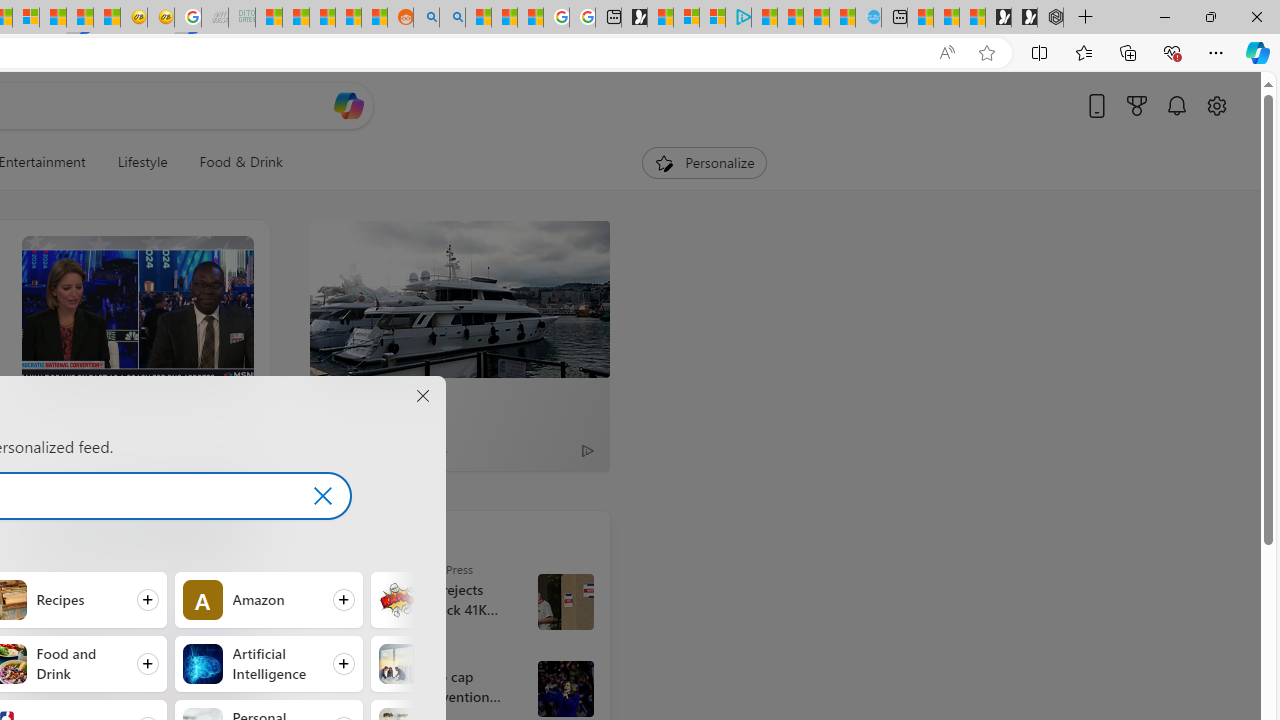  What do you see at coordinates (141, 162) in the screenshot?
I see `'Lifestyle'` at bounding box center [141, 162].